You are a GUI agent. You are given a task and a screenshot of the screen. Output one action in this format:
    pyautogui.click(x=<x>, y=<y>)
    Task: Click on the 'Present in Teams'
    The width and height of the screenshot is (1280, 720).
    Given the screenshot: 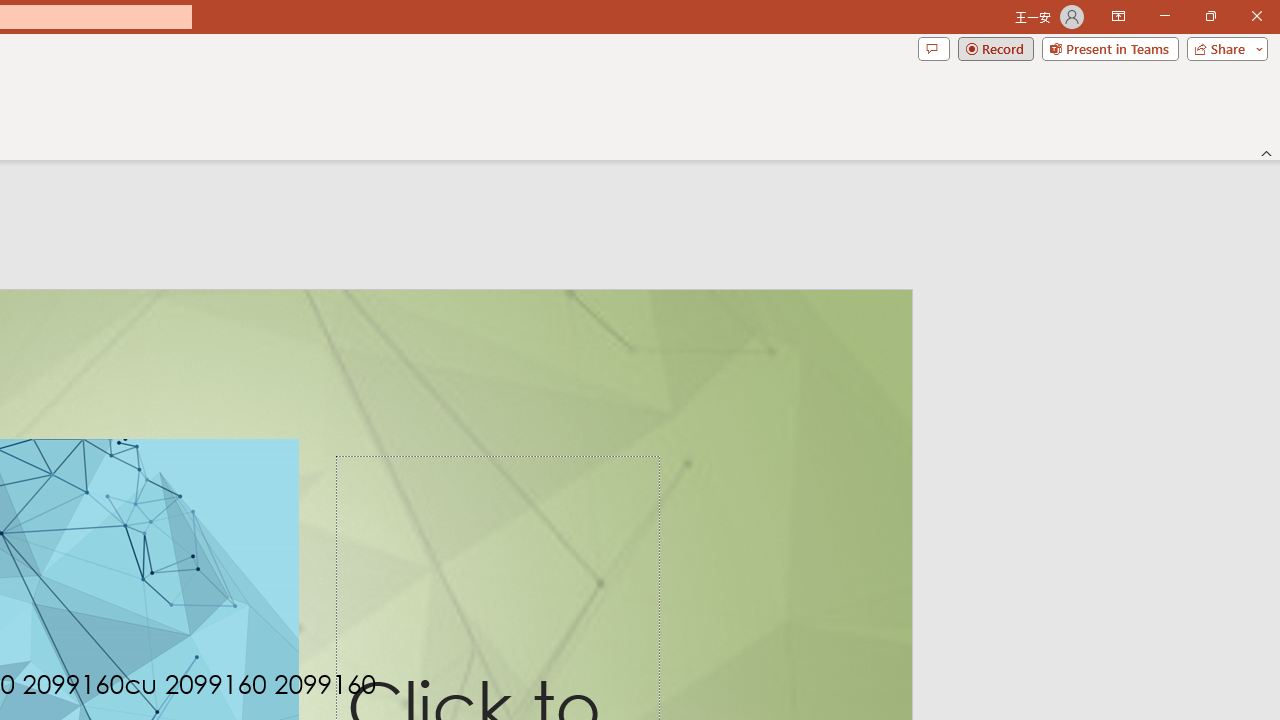 What is the action you would take?
    pyautogui.click(x=1109, y=47)
    